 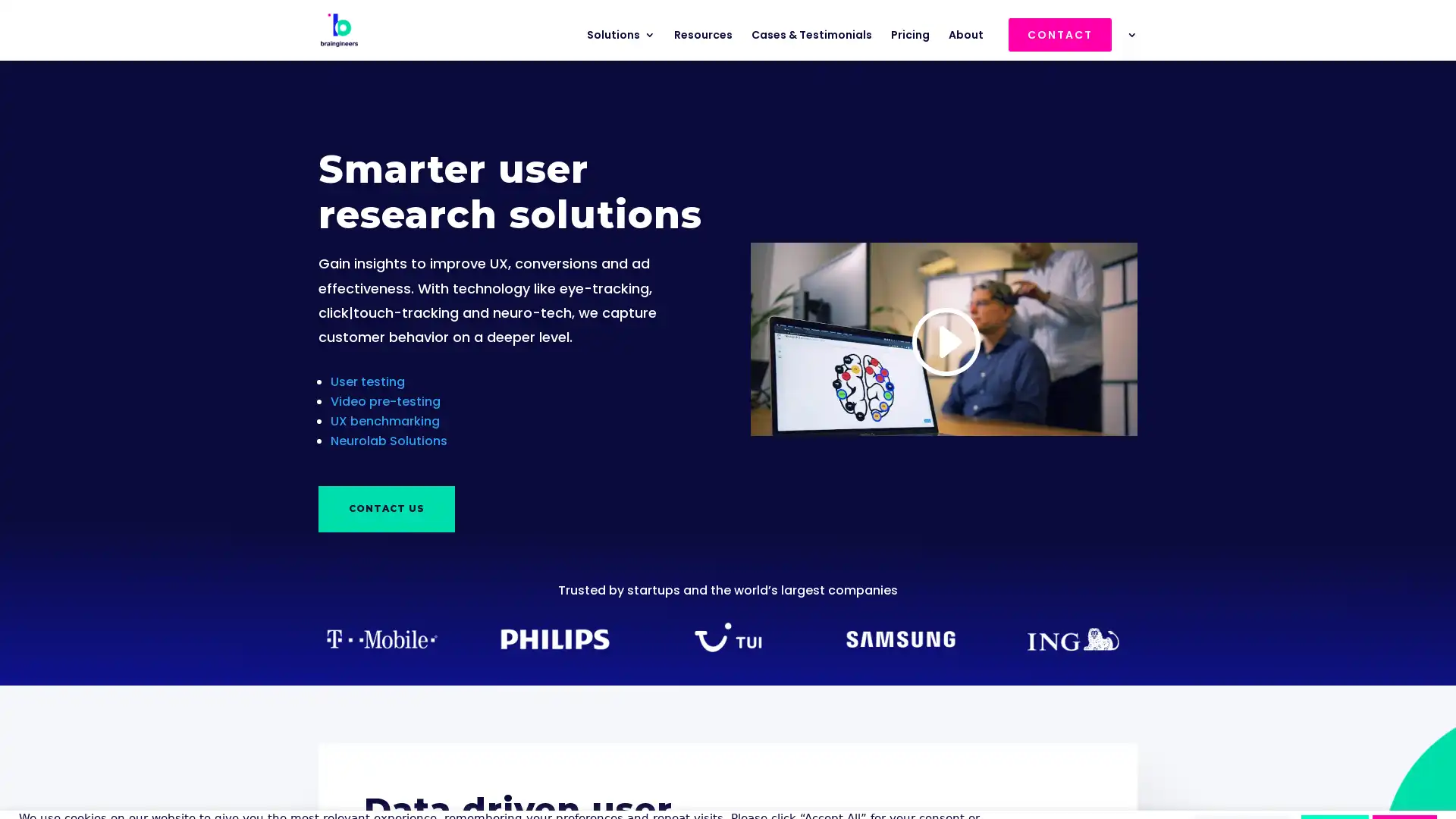 I want to click on enter full screen, so click(x=1081, y=400).